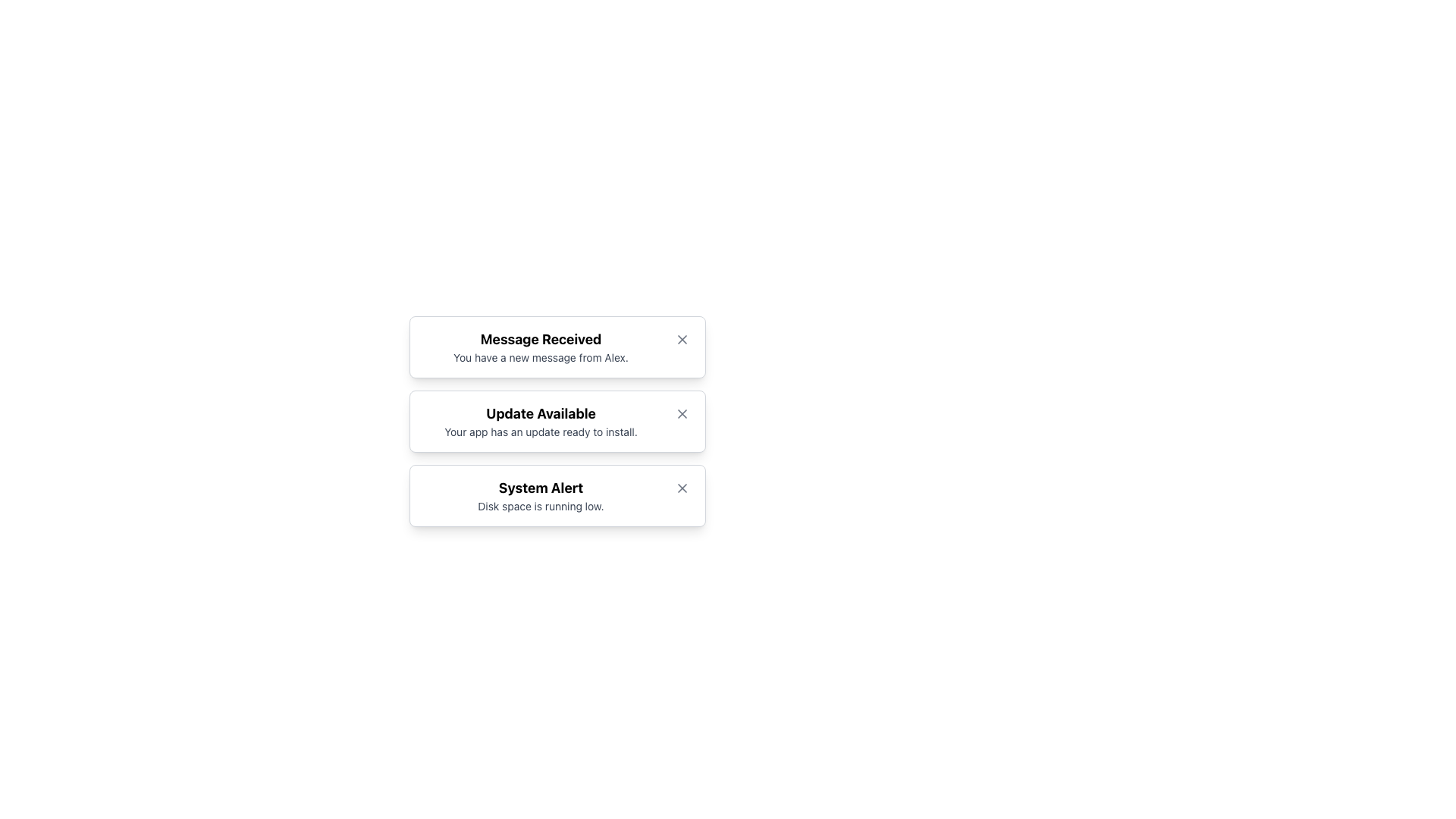 Image resolution: width=1456 pixels, height=819 pixels. What do you see at coordinates (682, 414) in the screenshot?
I see `the 'X' shaped close icon located at the top-right corner of the 'Update Available' alert box` at bounding box center [682, 414].